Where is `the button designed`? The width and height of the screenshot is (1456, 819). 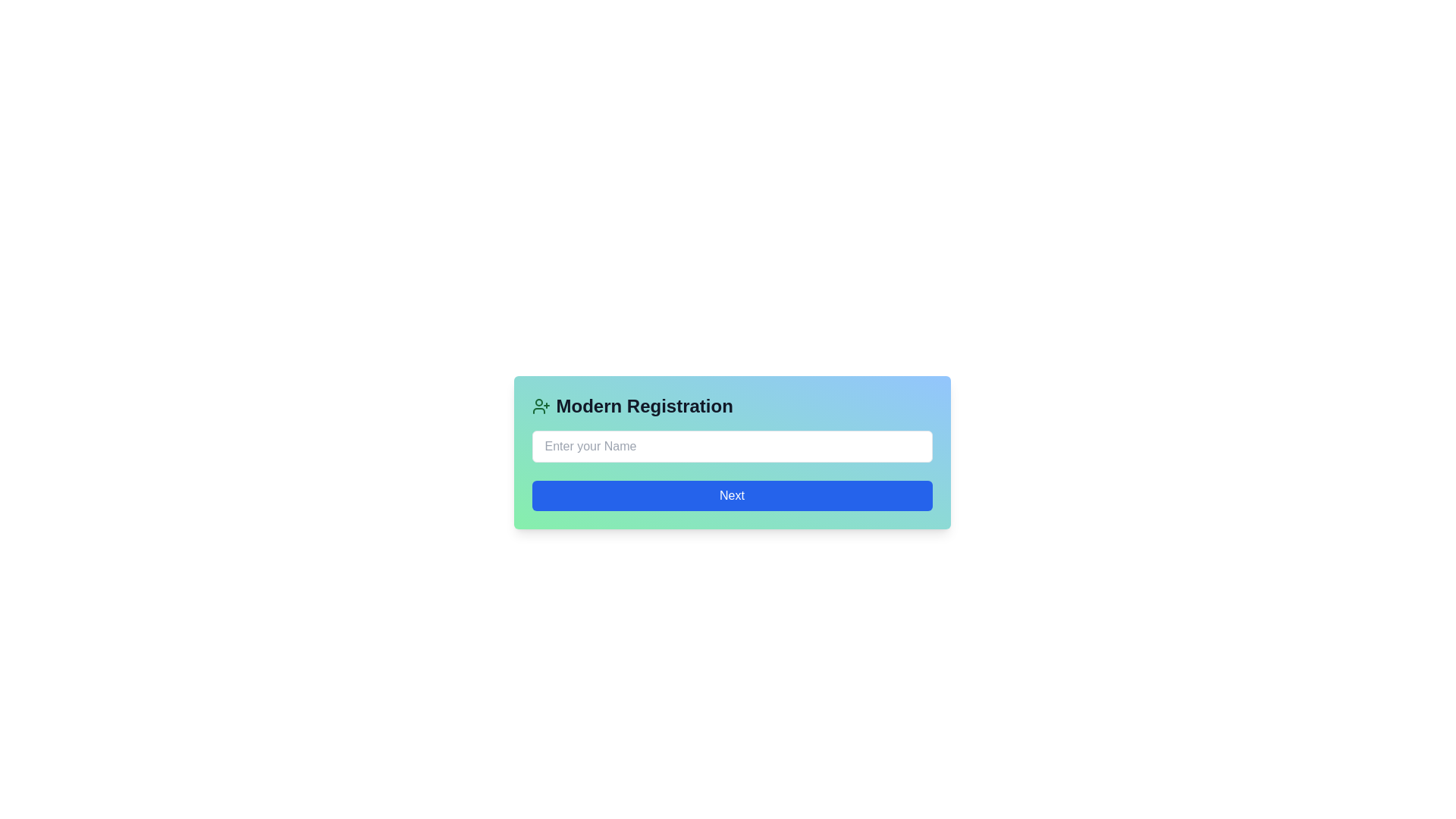 the button designed is located at coordinates (732, 496).